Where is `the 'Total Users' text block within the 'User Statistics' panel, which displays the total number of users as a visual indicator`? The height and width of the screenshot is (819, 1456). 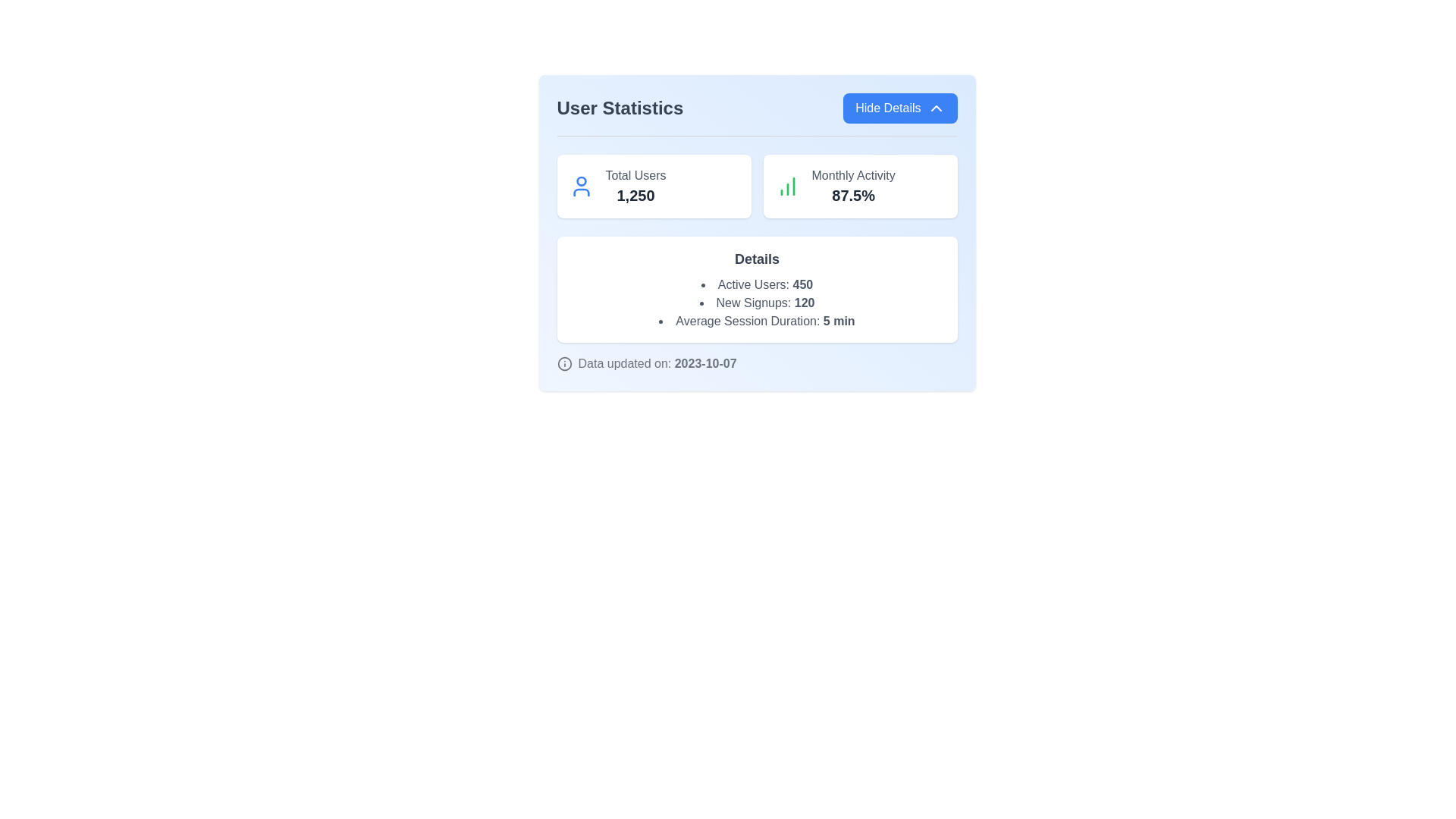
the 'Total Users' text block within the 'User Statistics' panel, which displays the total number of users as a visual indicator is located at coordinates (635, 195).